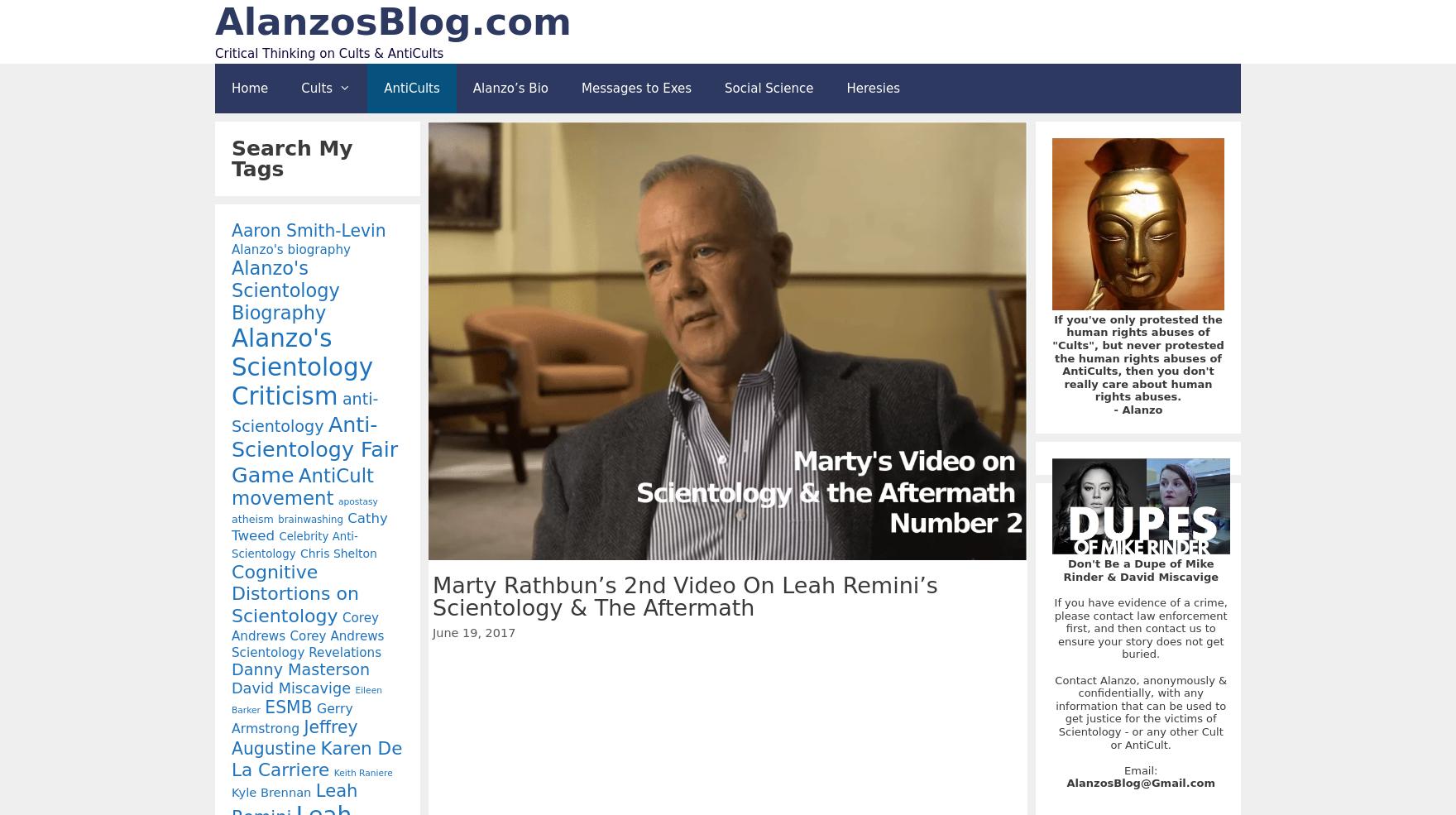  What do you see at coordinates (393, 21) in the screenshot?
I see `'AlanzosBlog.com'` at bounding box center [393, 21].